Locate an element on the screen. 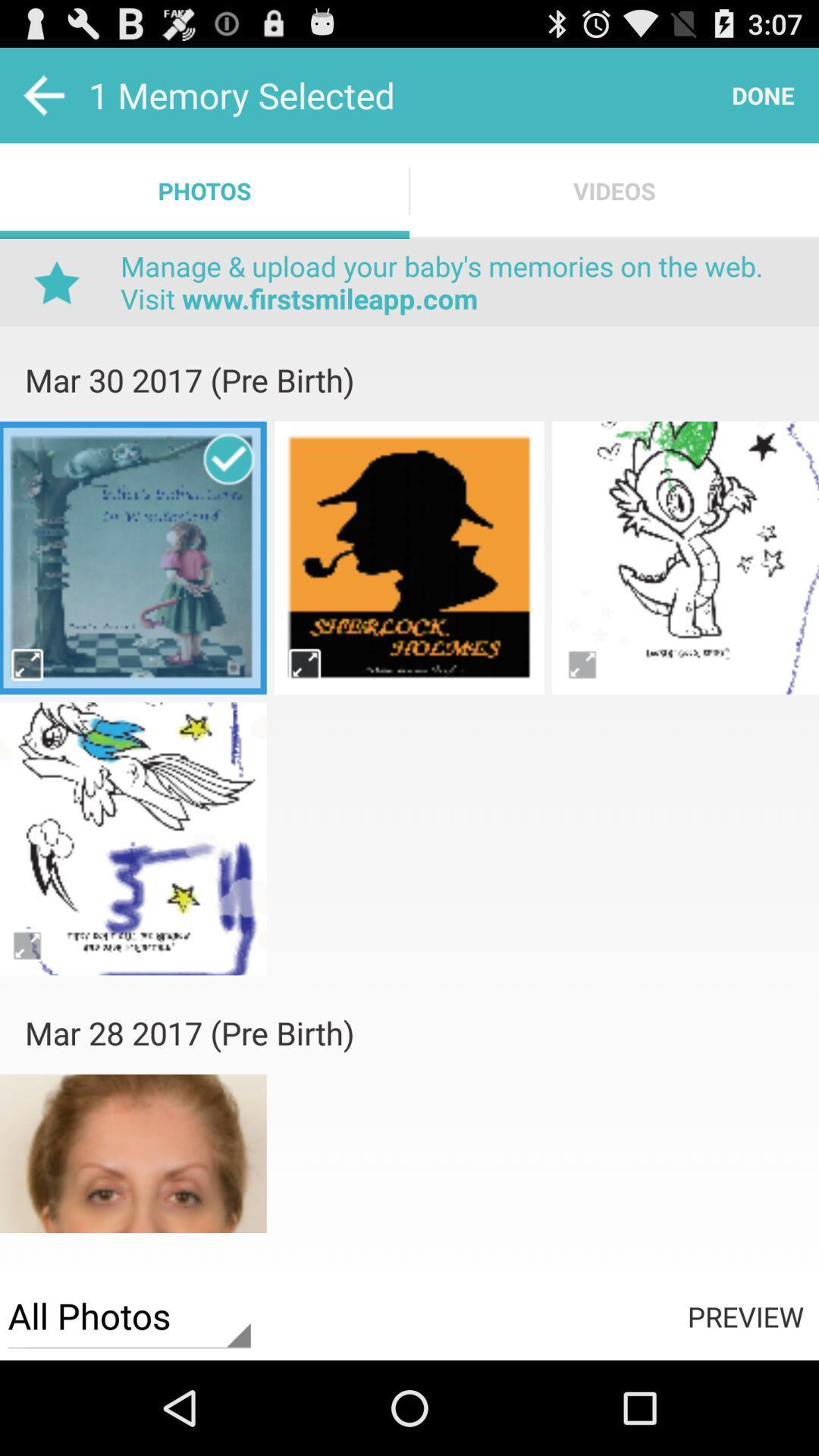  expand image is located at coordinates (28, 944).